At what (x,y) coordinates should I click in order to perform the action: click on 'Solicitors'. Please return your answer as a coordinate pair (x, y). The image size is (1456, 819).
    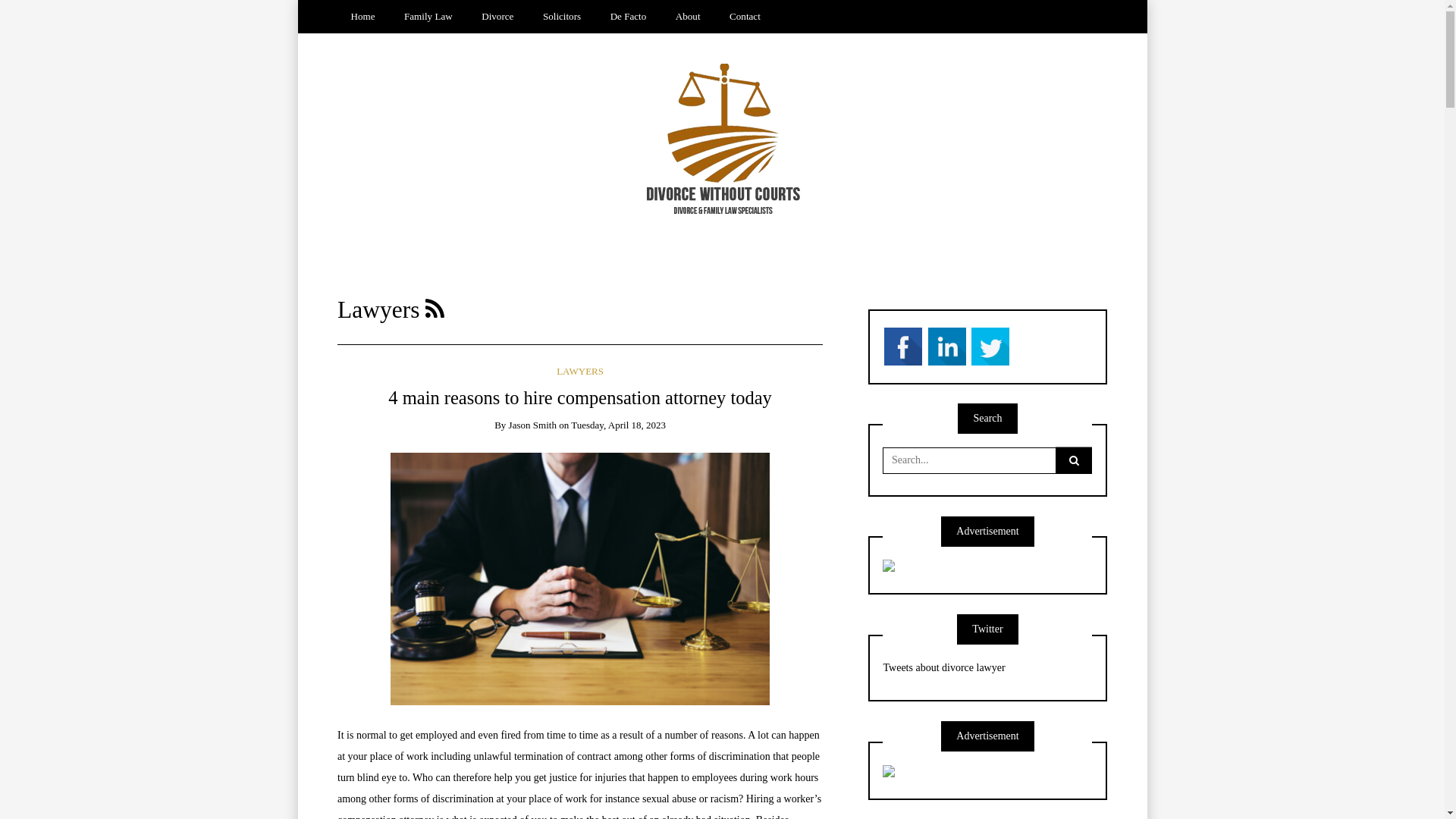
    Looking at the image, I should click on (529, 17).